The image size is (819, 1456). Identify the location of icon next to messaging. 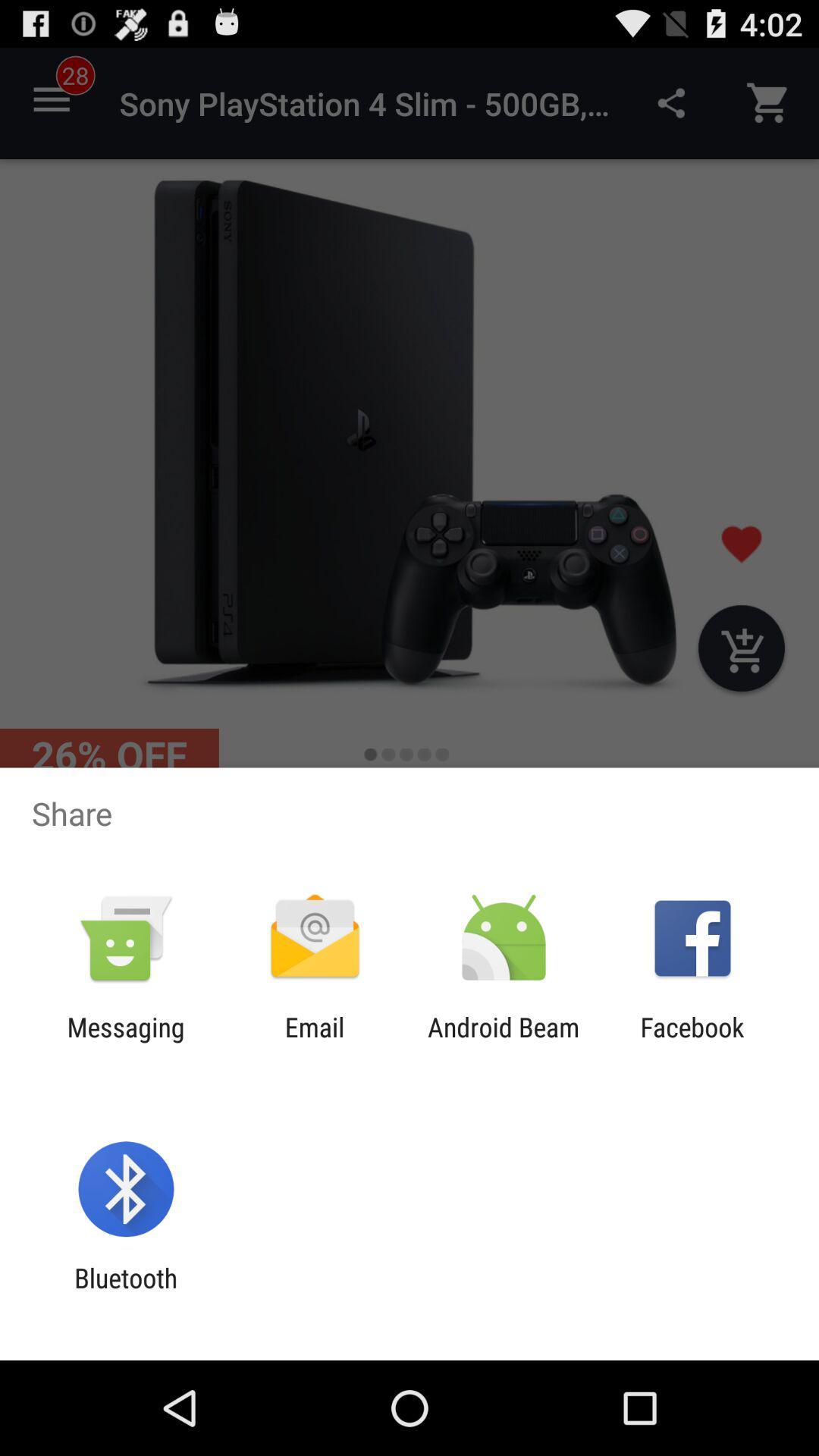
(314, 1042).